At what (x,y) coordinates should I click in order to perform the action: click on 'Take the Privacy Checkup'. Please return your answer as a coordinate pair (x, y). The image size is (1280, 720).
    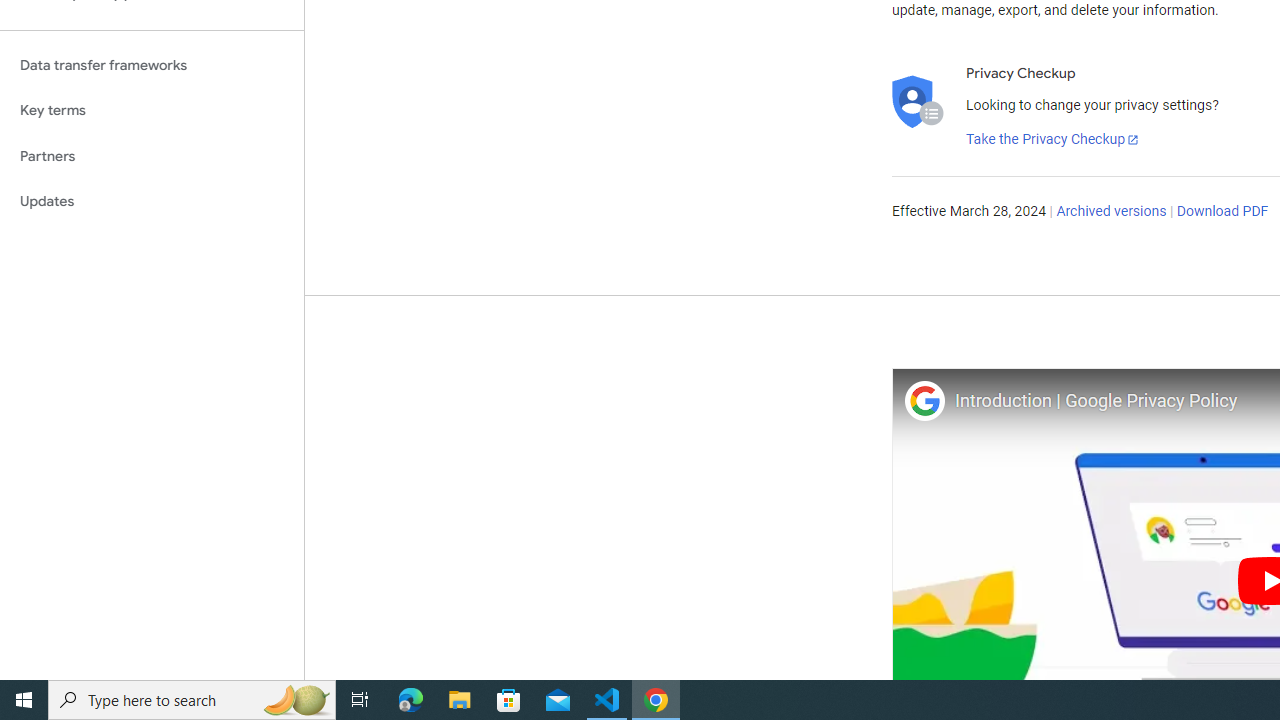
    Looking at the image, I should click on (1052, 139).